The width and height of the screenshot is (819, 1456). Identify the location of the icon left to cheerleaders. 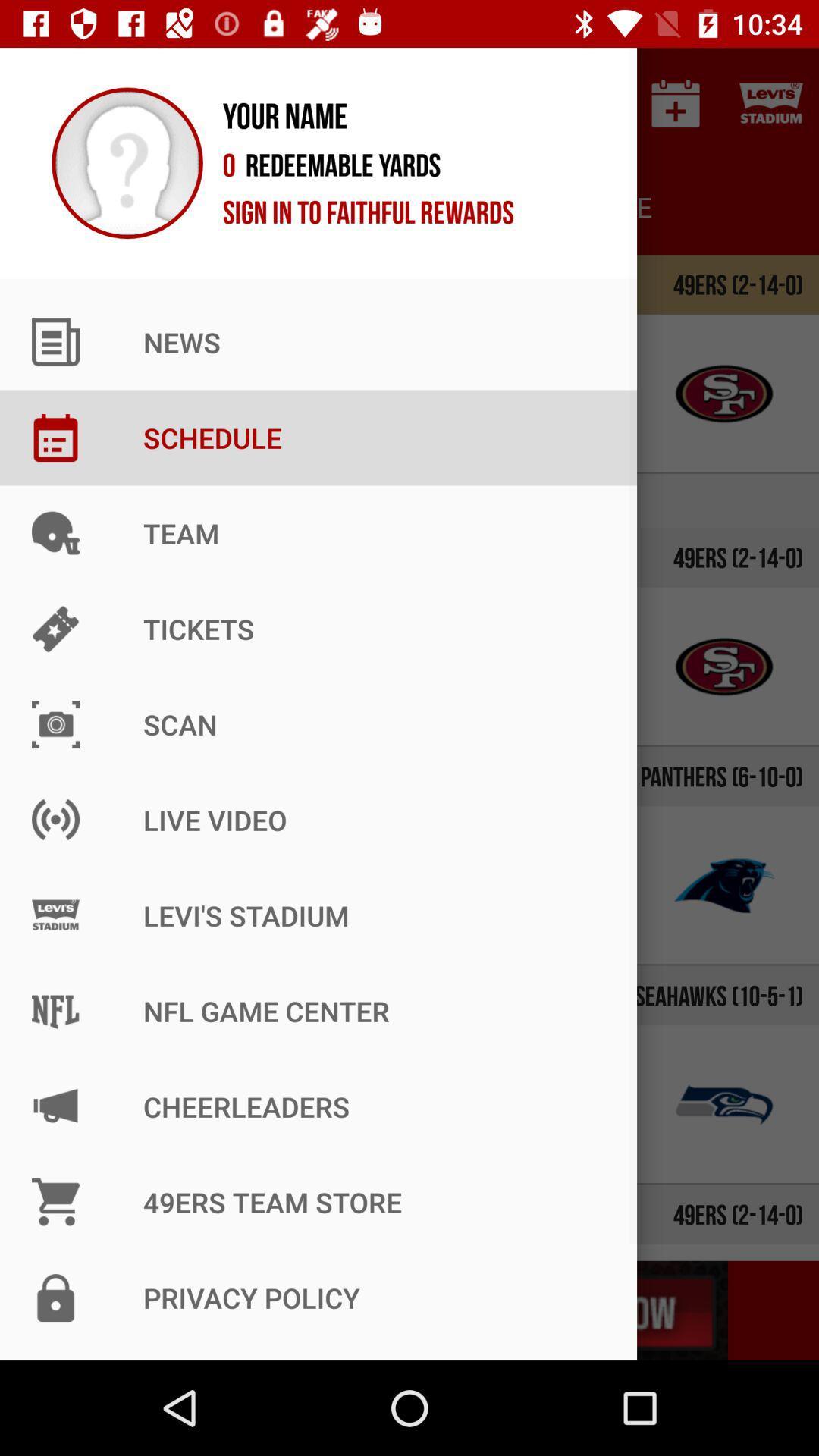
(94, 1105).